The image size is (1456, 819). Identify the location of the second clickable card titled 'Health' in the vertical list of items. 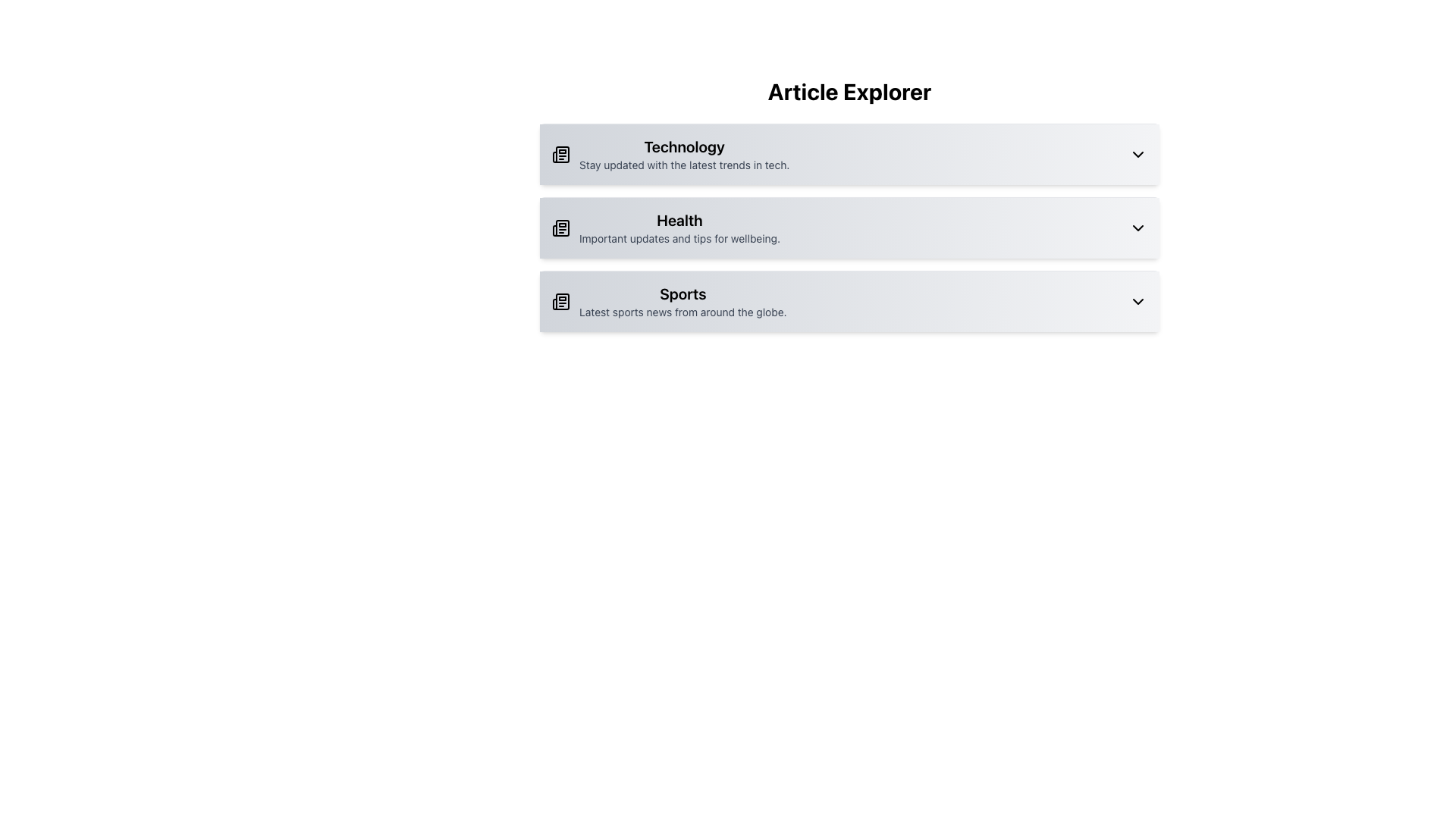
(849, 227).